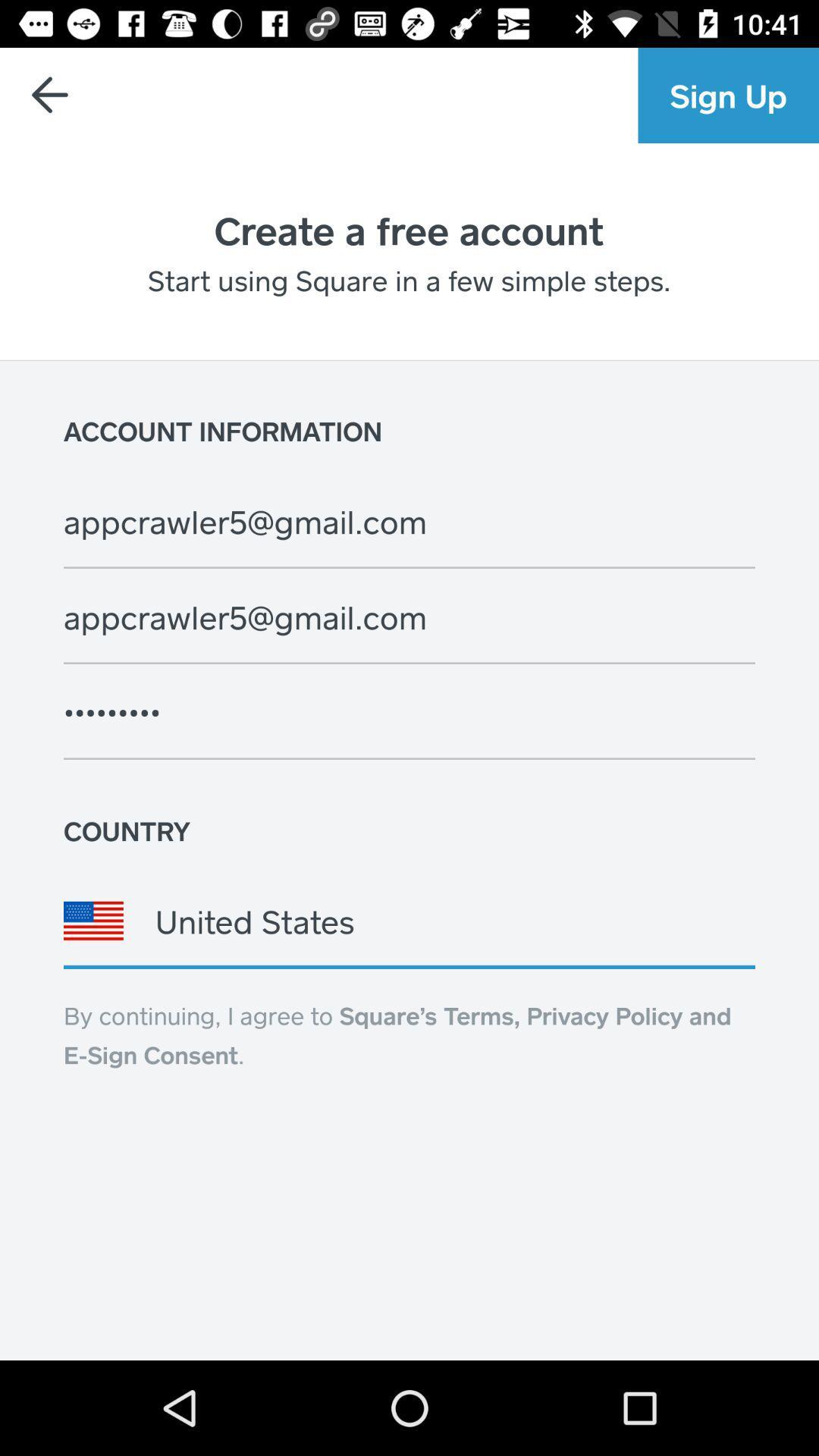 The image size is (819, 1456). Describe the element at coordinates (409, 920) in the screenshot. I see `the icon below the country icon` at that location.